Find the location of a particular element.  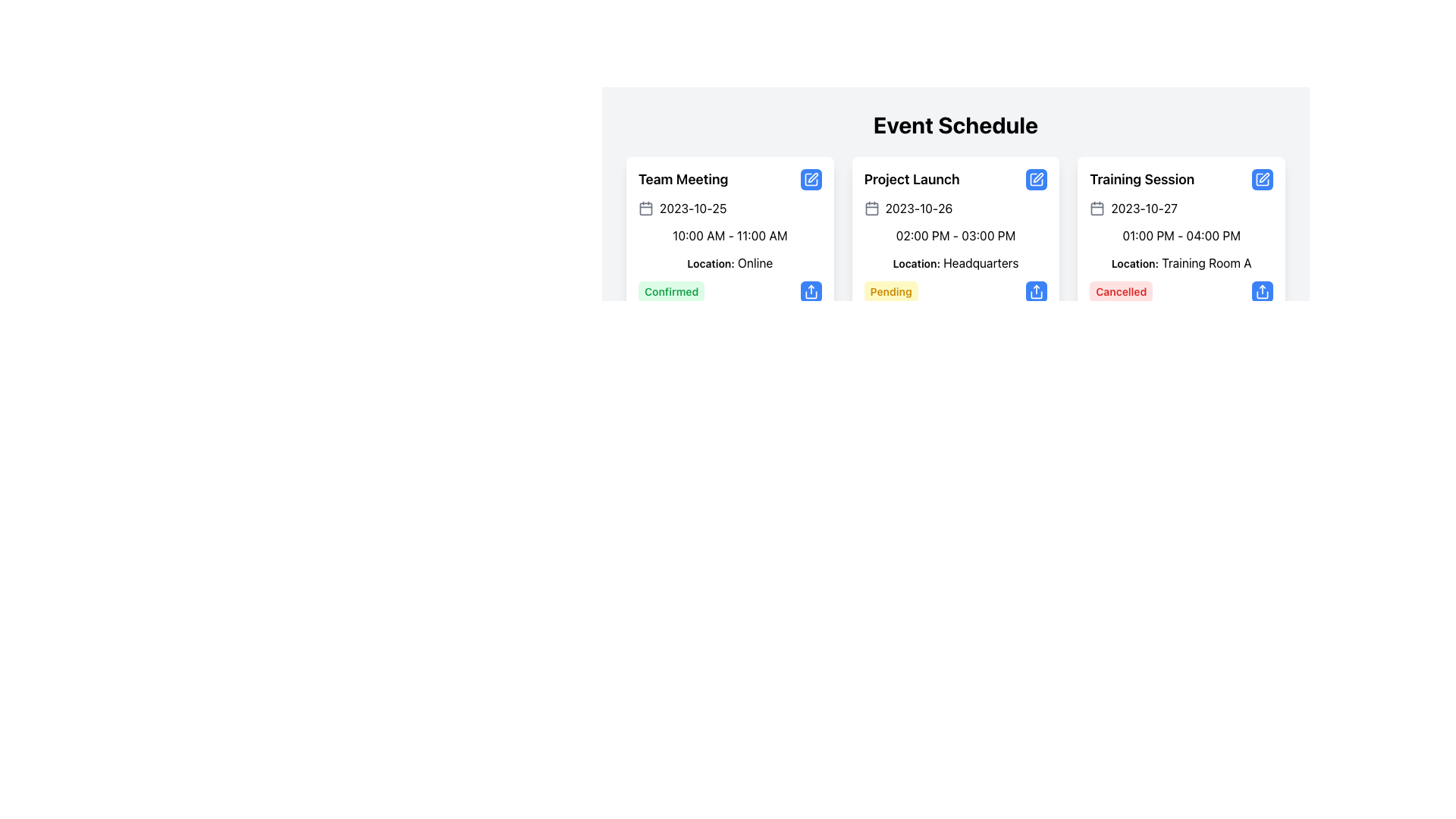

the small gray calendar icon located to the left of the date '2023-10-27' in the third card of the 'Event Schedule' display to interact with it is located at coordinates (1097, 208).